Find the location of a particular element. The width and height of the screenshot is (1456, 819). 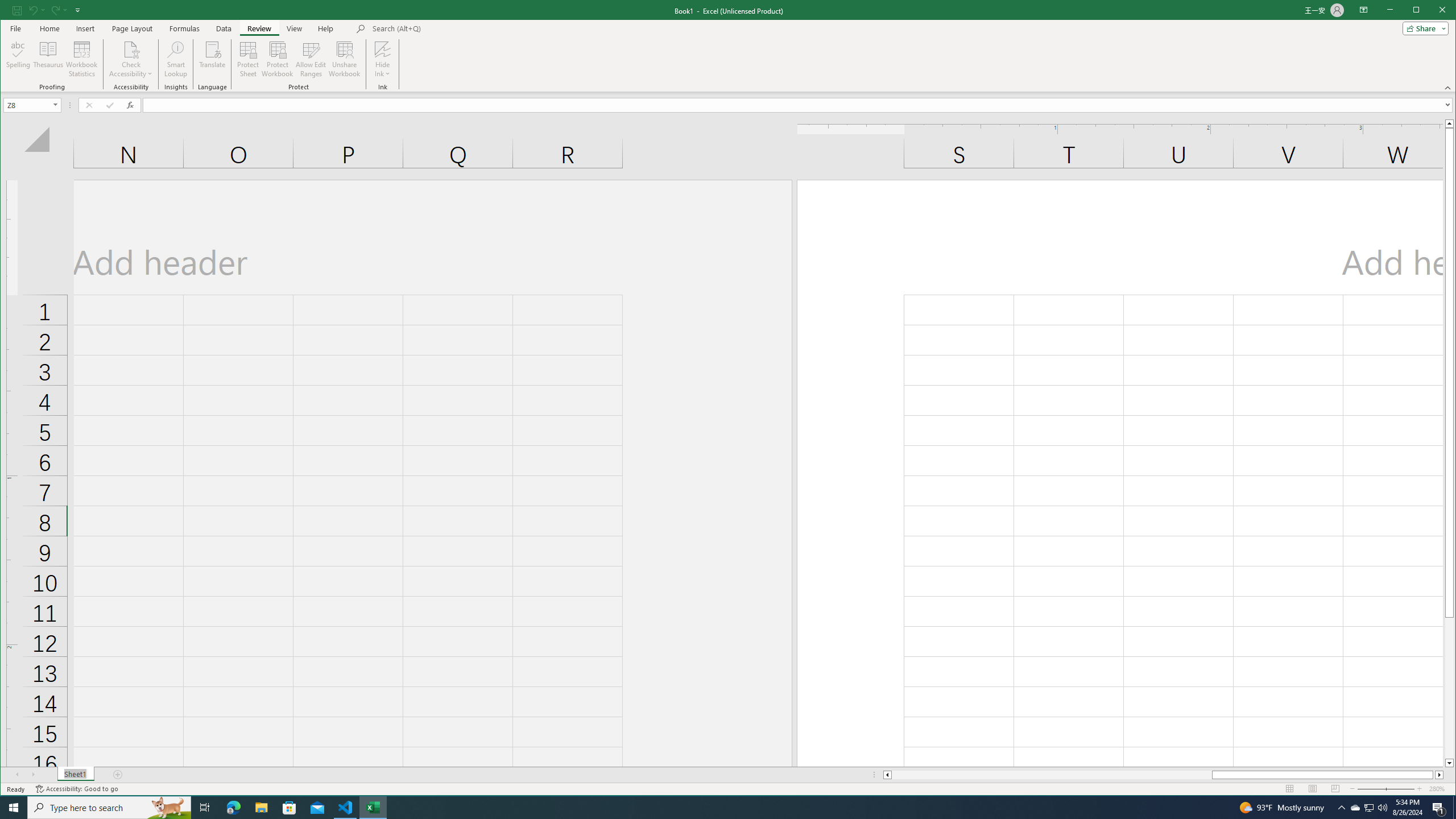

'Ribbon Display Options' is located at coordinates (1363, 10).